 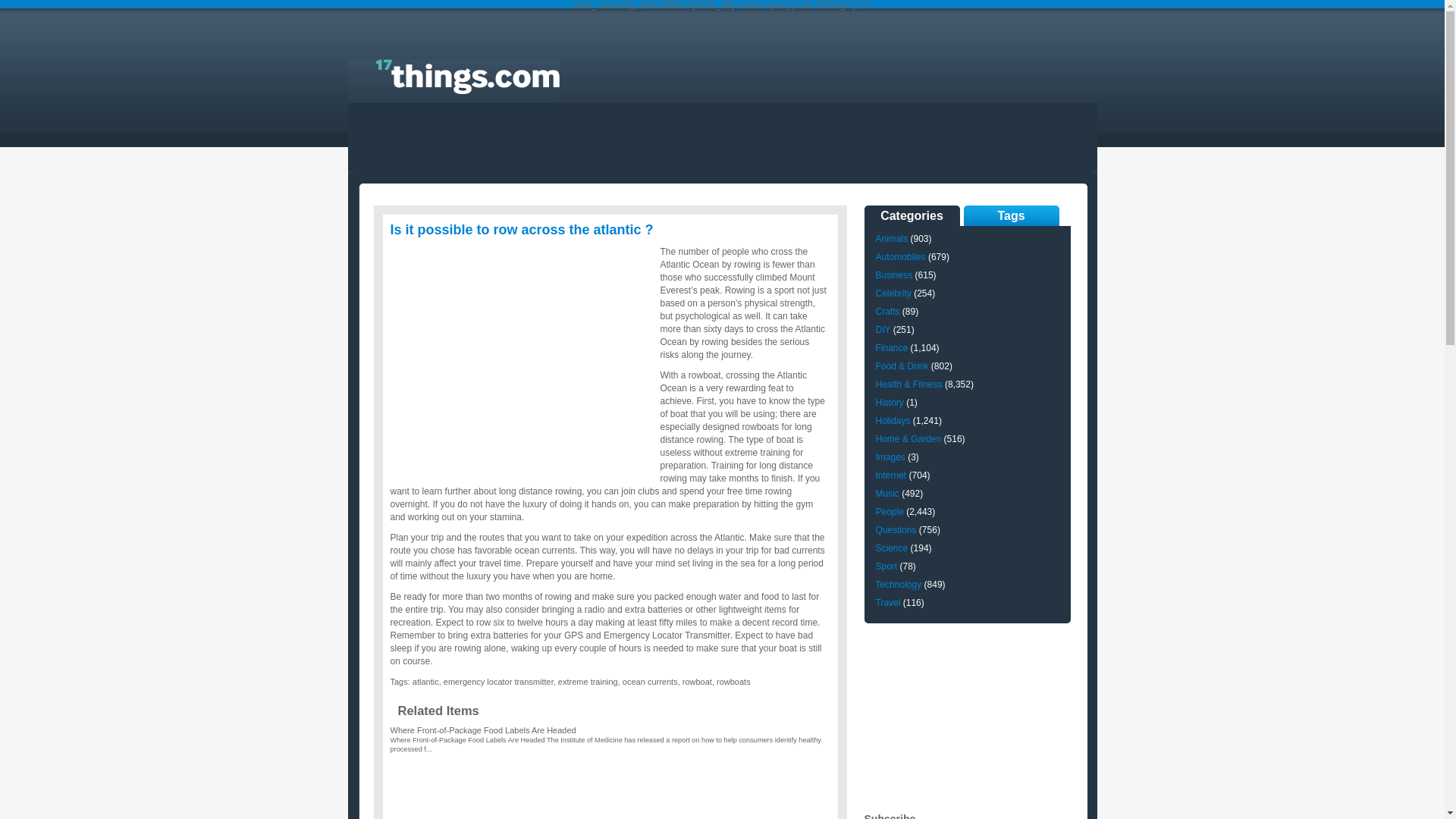 I want to click on 'History', so click(x=889, y=402).